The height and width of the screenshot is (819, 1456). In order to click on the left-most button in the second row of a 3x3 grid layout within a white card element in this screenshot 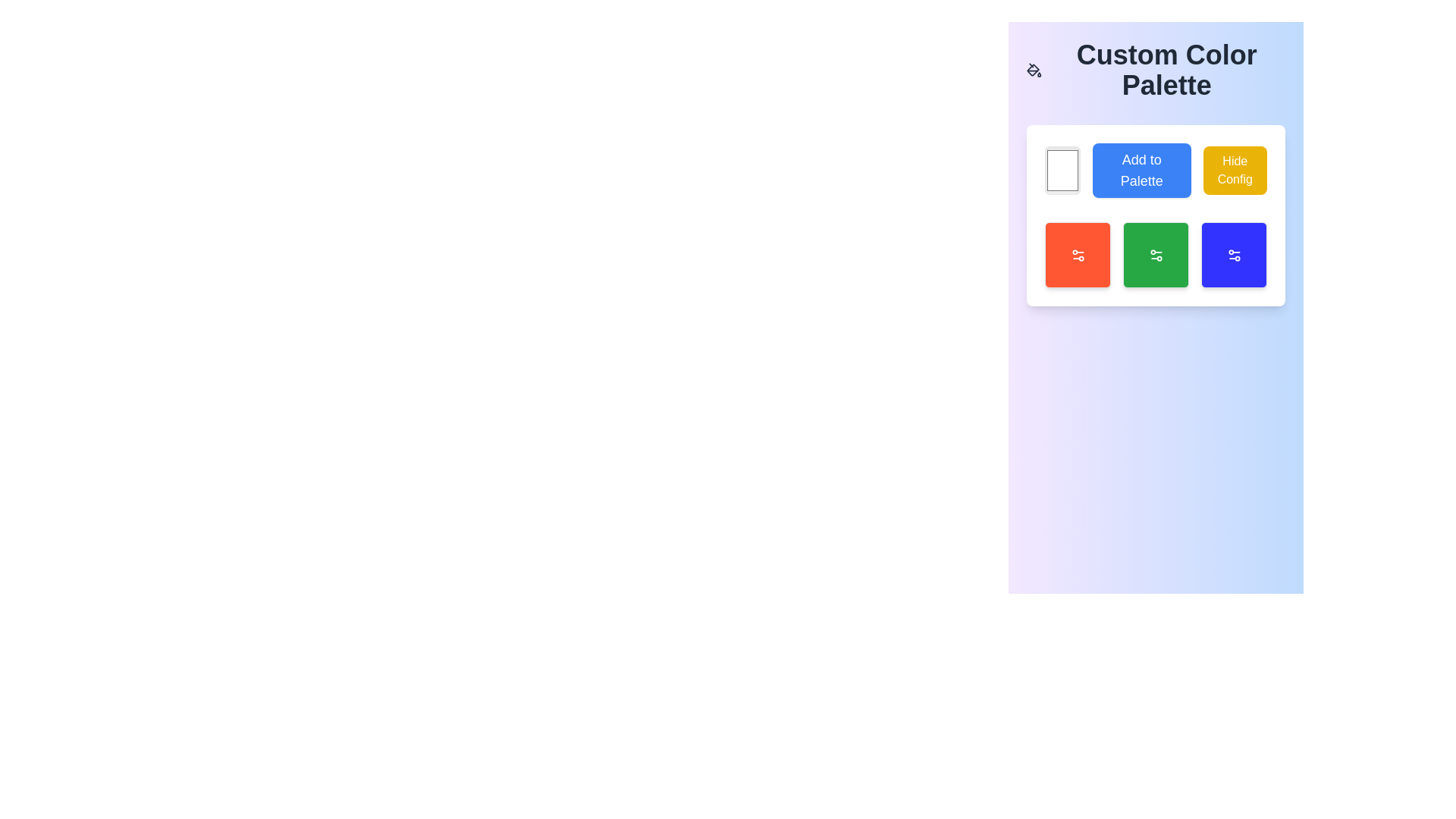, I will do `click(1077, 254)`.